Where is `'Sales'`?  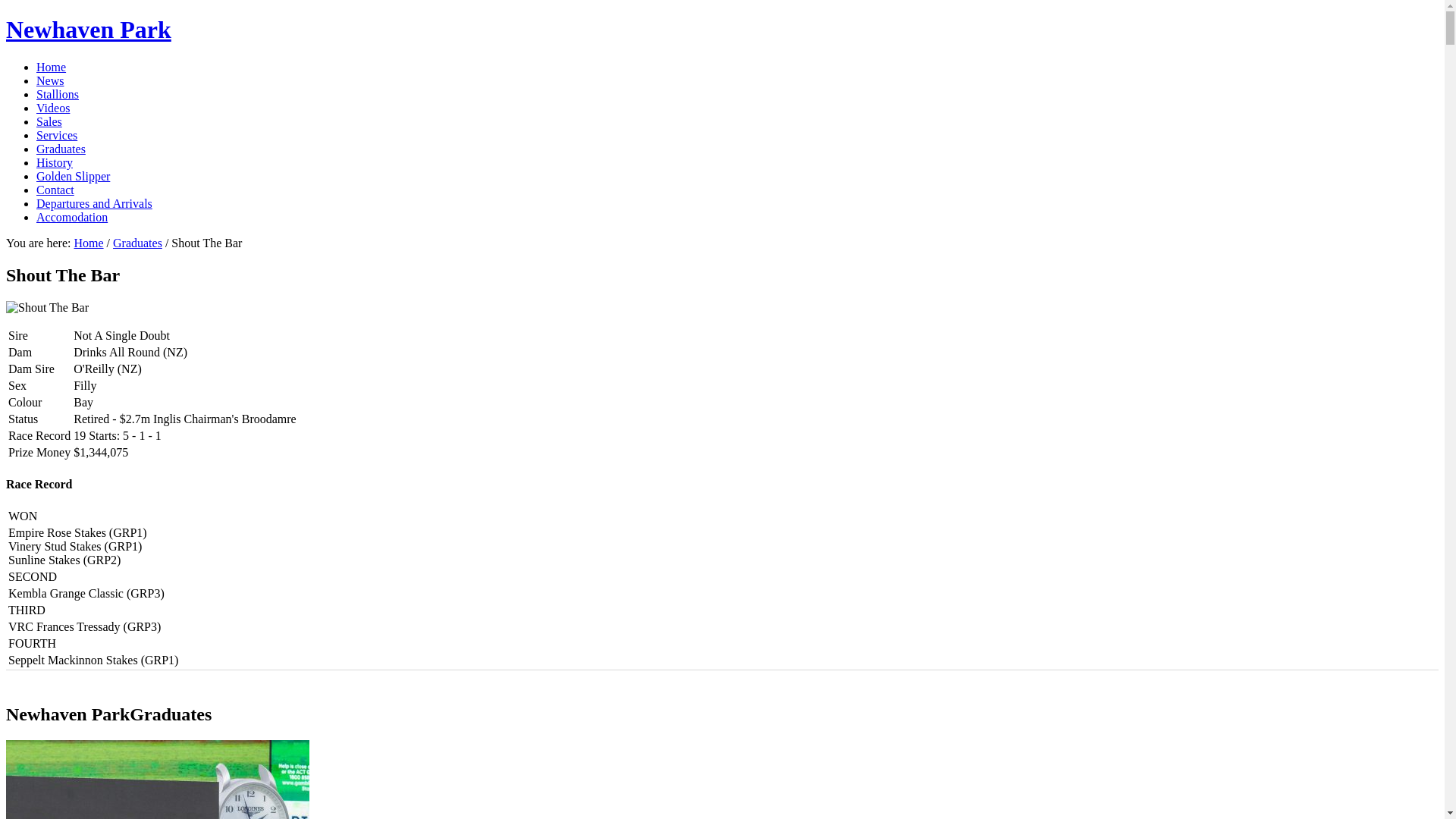 'Sales' is located at coordinates (49, 121).